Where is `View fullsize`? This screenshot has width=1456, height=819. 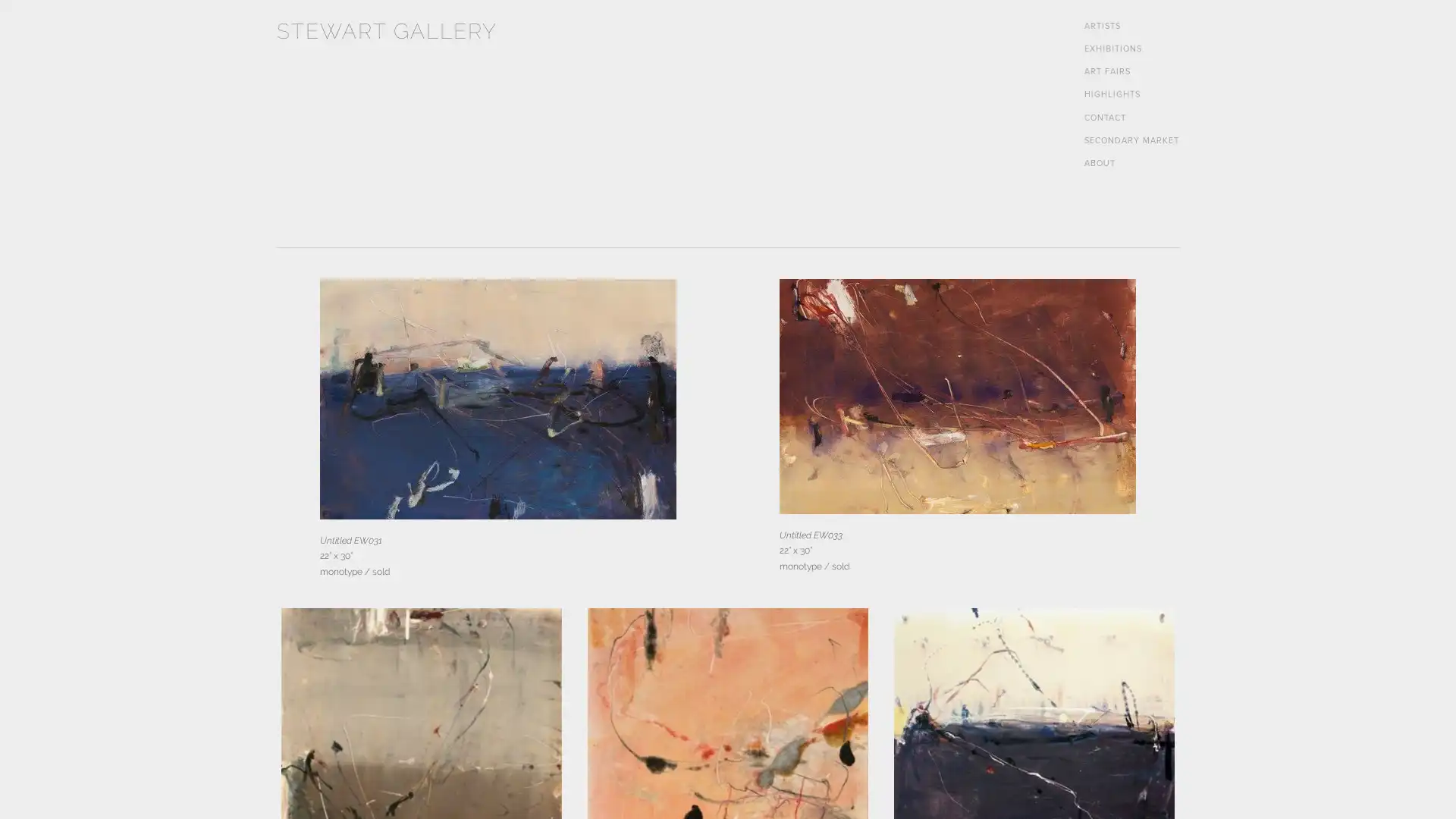 View fullsize is located at coordinates (497, 398).